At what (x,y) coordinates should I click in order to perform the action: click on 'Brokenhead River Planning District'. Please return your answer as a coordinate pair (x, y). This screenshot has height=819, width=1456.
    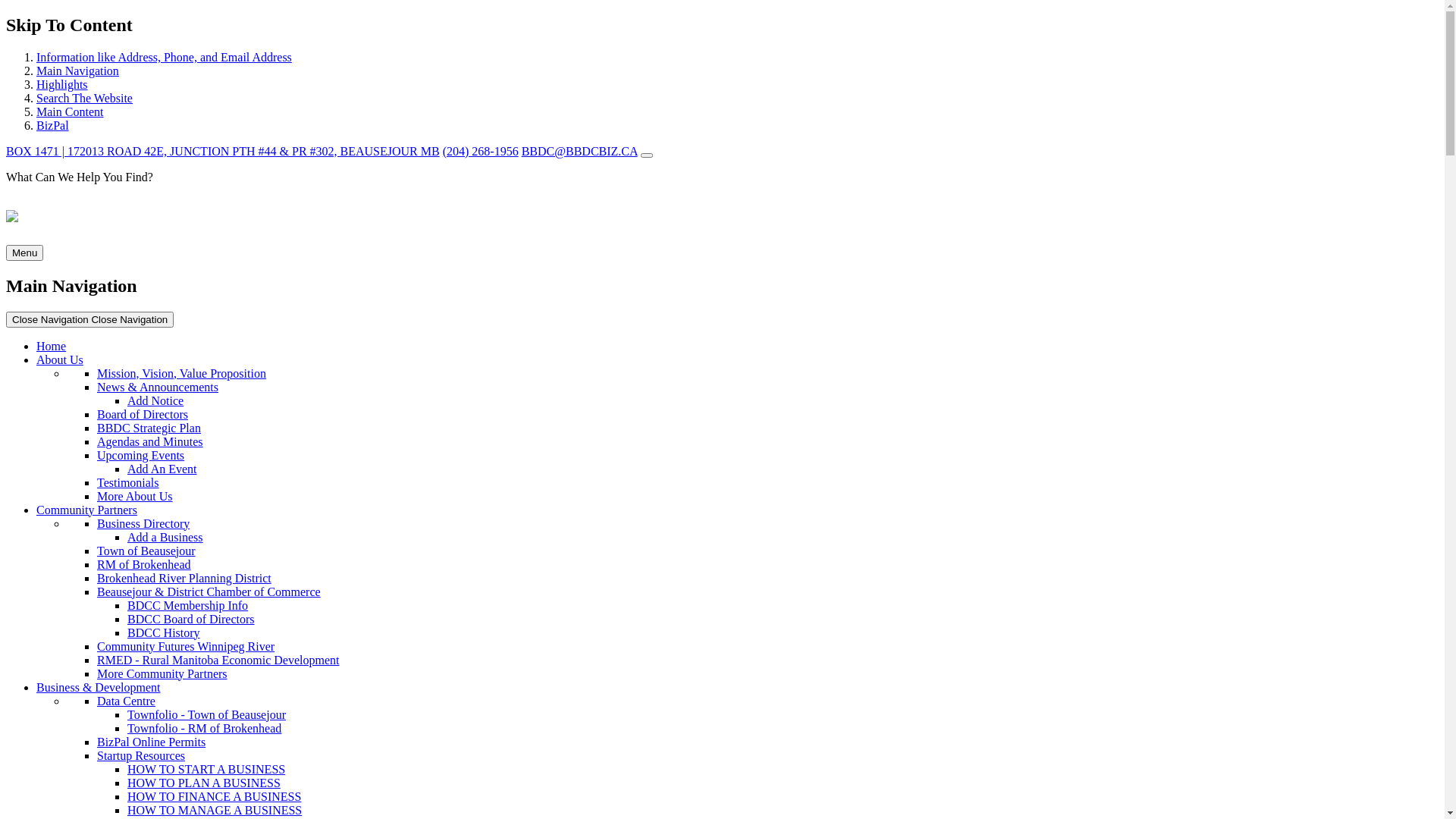
    Looking at the image, I should click on (184, 578).